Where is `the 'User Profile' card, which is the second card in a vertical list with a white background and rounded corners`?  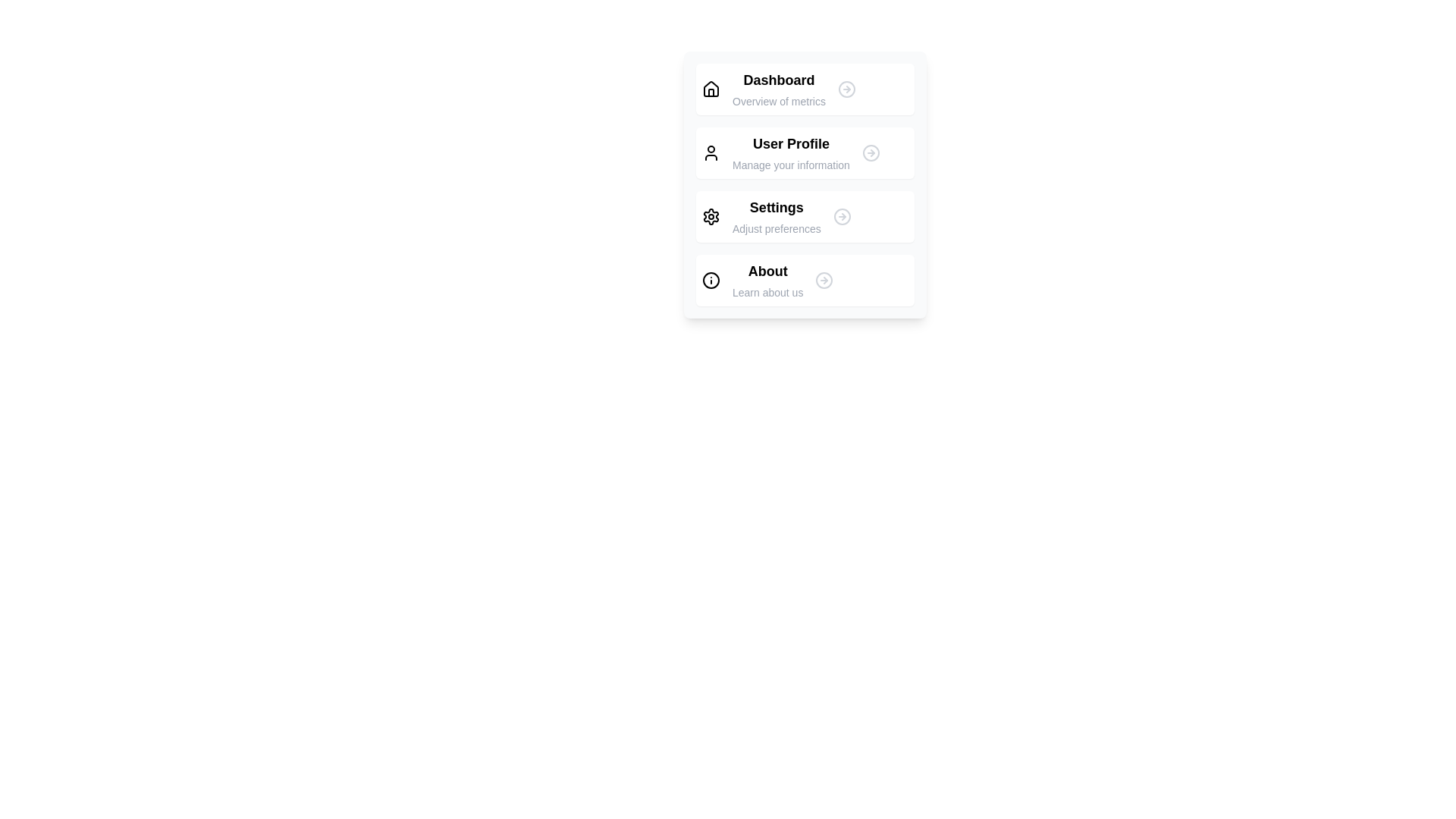 the 'User Profile' card, which is the second card in a vertical list with a white background and rounded corners is located at coordinates (804, 152).